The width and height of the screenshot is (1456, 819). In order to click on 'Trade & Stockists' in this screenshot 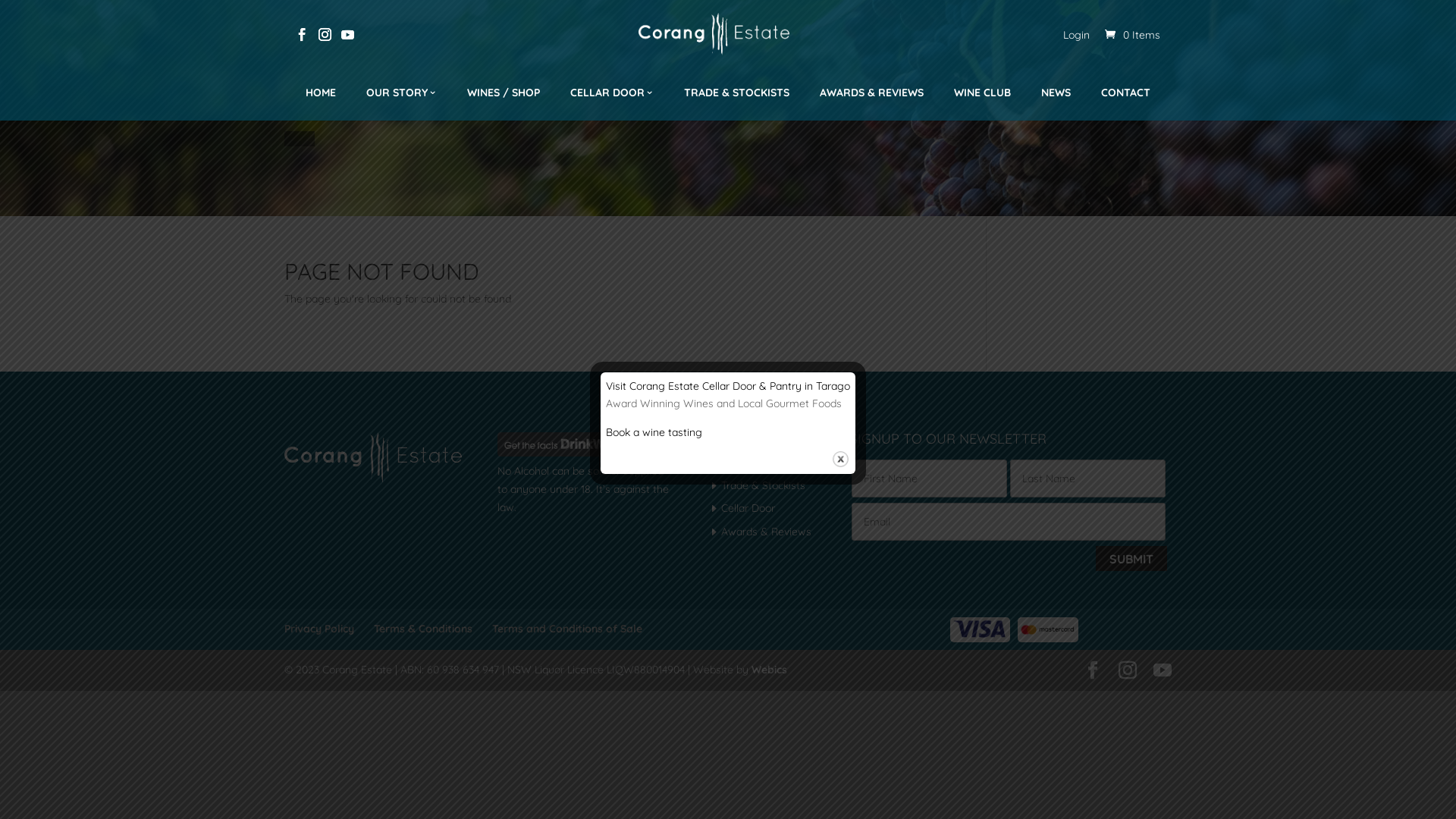, I will do `click(763, 485)`.